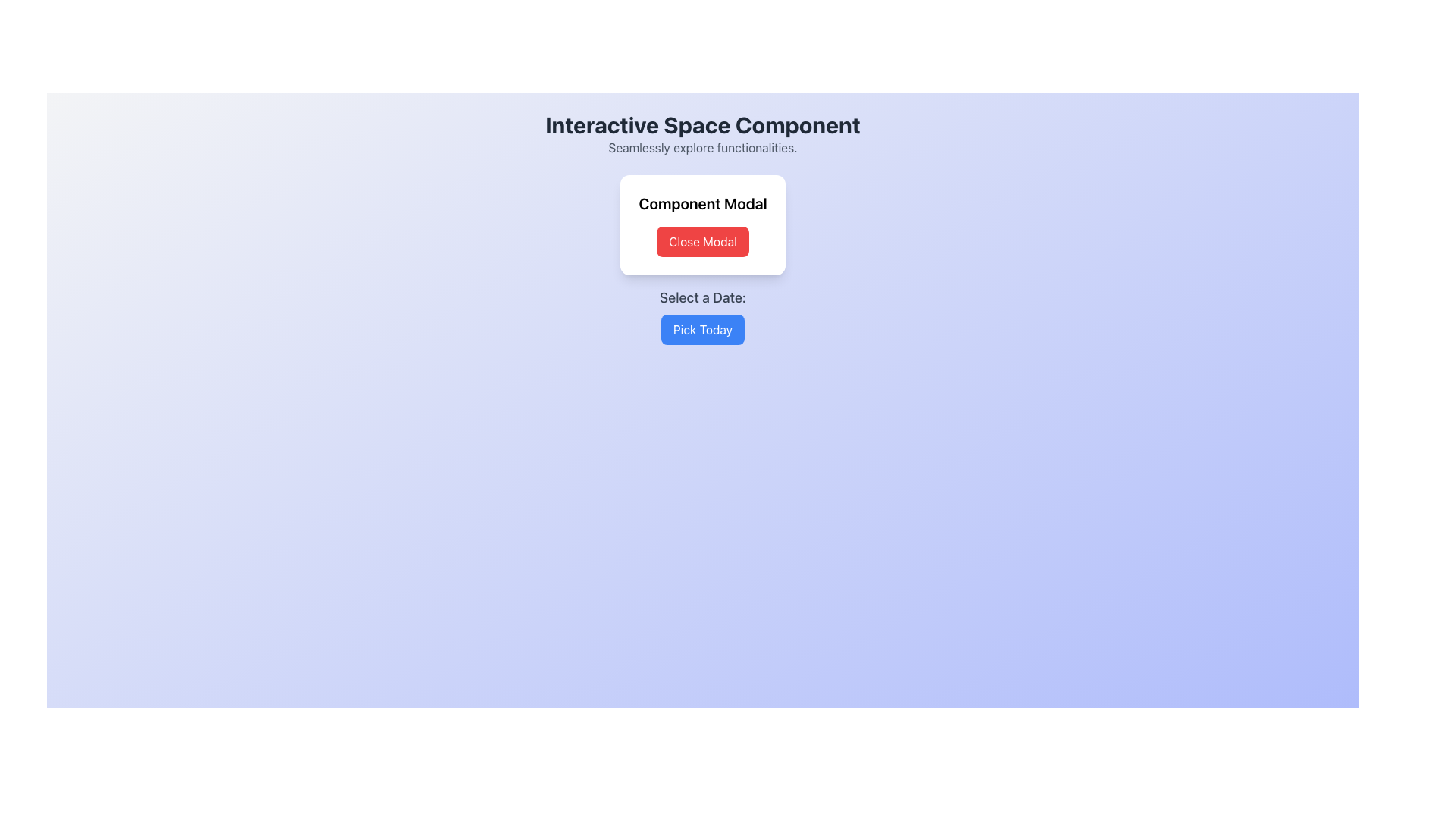 Image resolution: width=1456 pixels, height=819 pixels. Describe the element at coordinates (701, 298) in the screenshot. I see `the text label displaying 'Select a Date:' which is positioned below the 'Component Modal' and above the 'Pick Today' button` at that location.